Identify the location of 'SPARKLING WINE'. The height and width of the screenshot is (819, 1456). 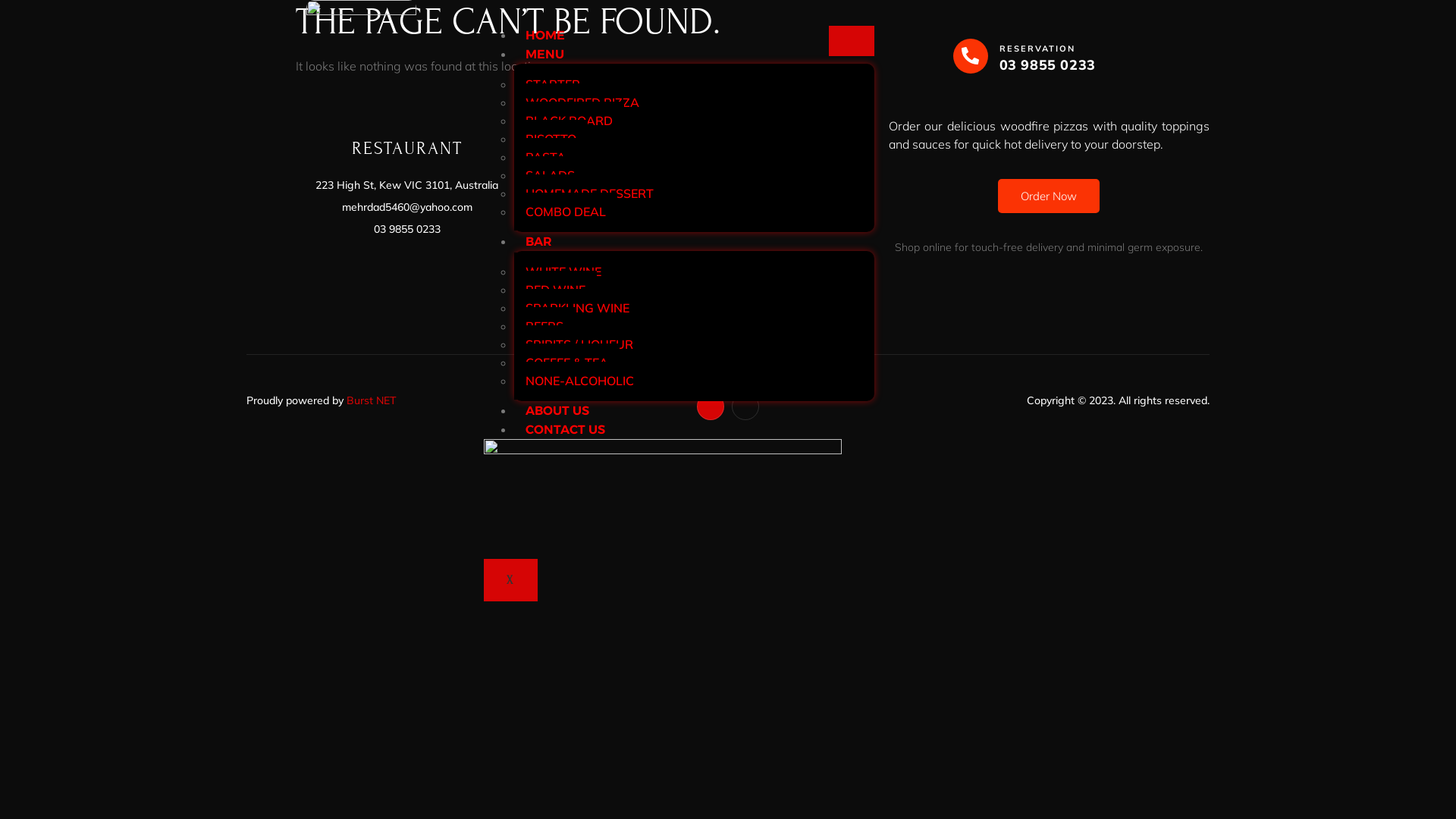
(513, 307).